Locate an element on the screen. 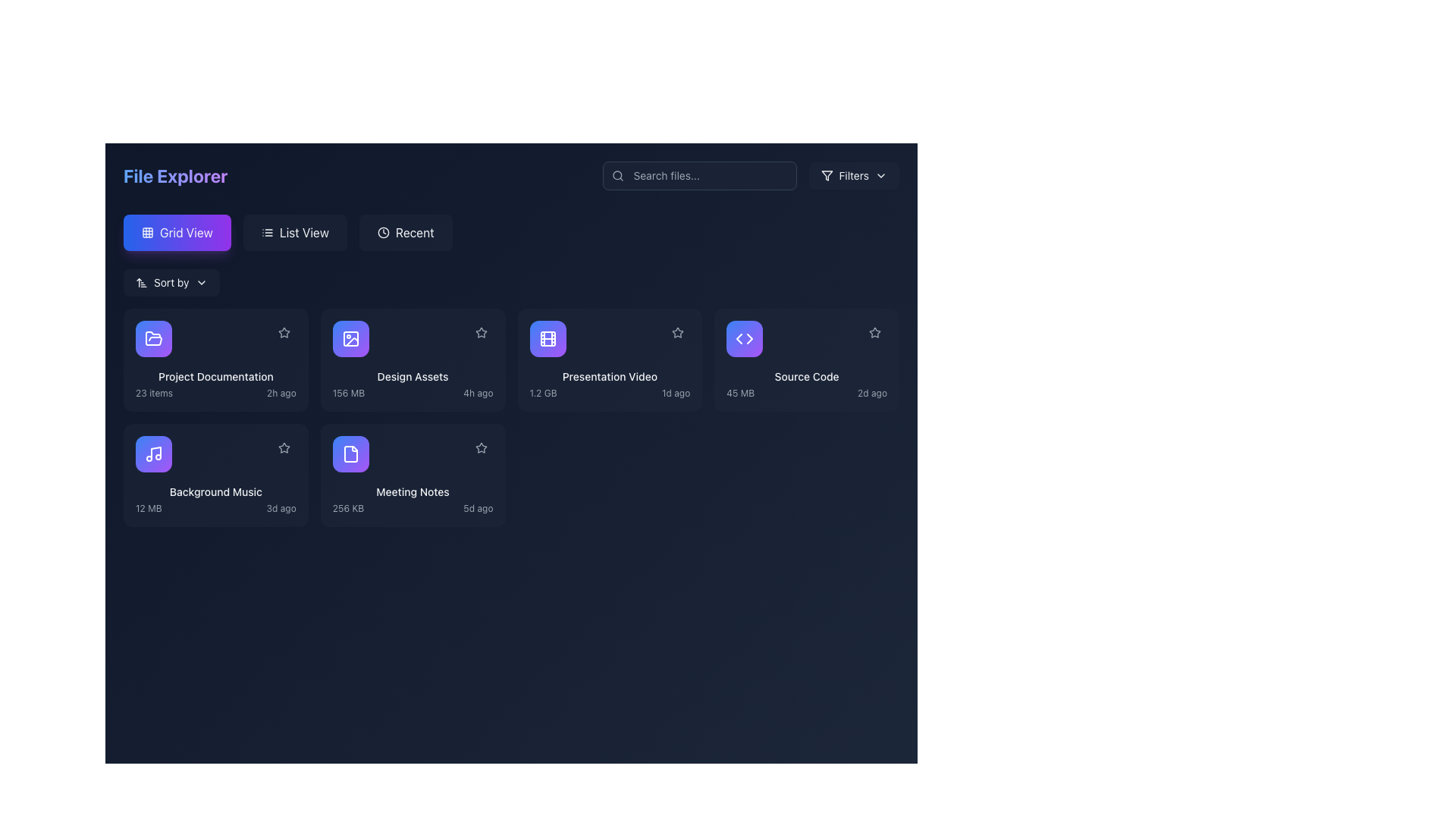 Image resolution: width=1456 pixels, height=819 pixels. the favoriting icon located to the right within the 'Project Documentation' card is located at coordinates (284, 332).